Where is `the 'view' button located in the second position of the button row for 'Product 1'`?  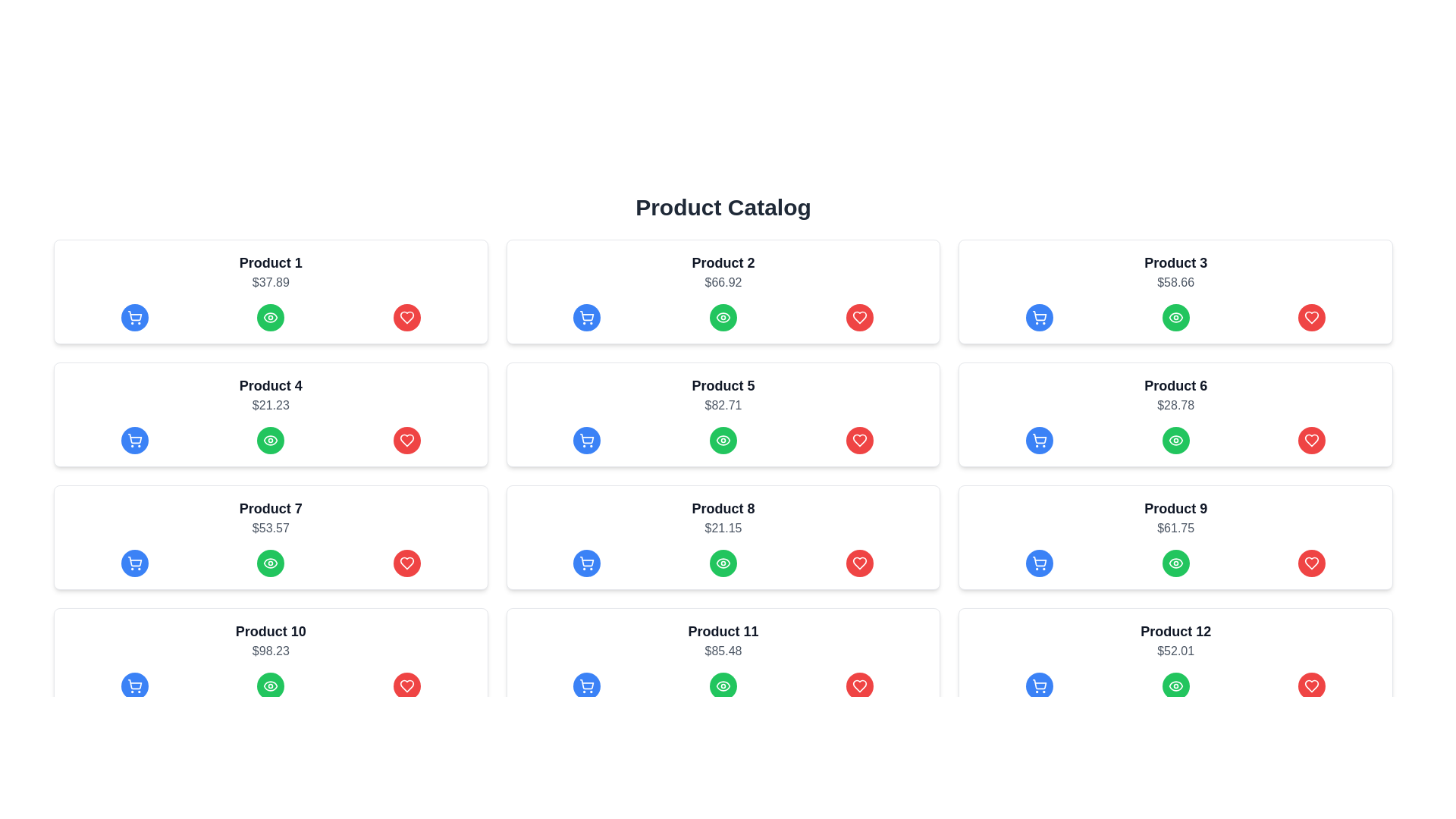
the 'view' button located in the second position of the button row for 'Product 1' is located at coordinates (271, 317).